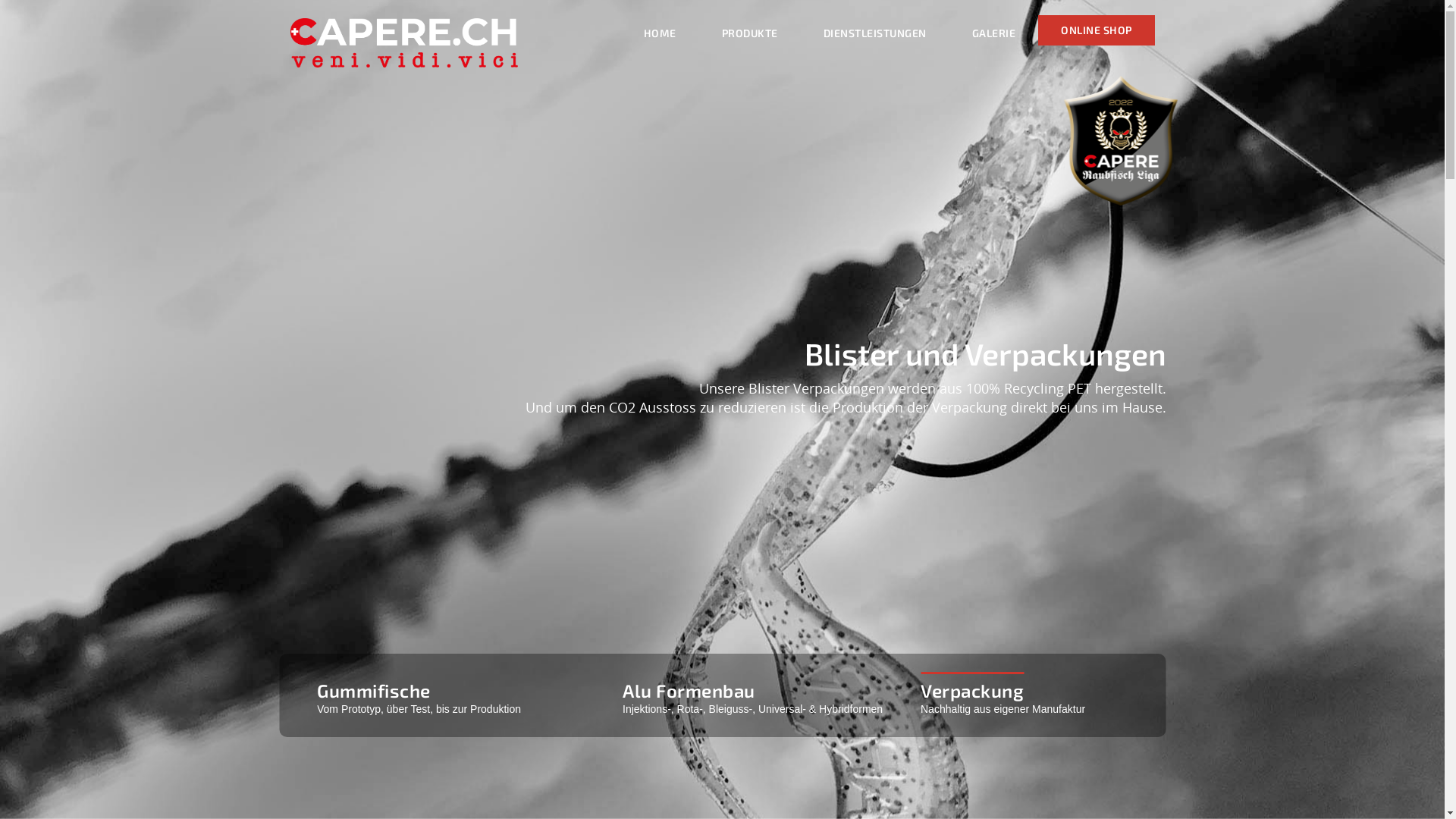 The height and width of the screenshot is (819, 1456). Describe the element at coordinates (949, 33) in the screenshot. I see `'GALERIE'` at that location.